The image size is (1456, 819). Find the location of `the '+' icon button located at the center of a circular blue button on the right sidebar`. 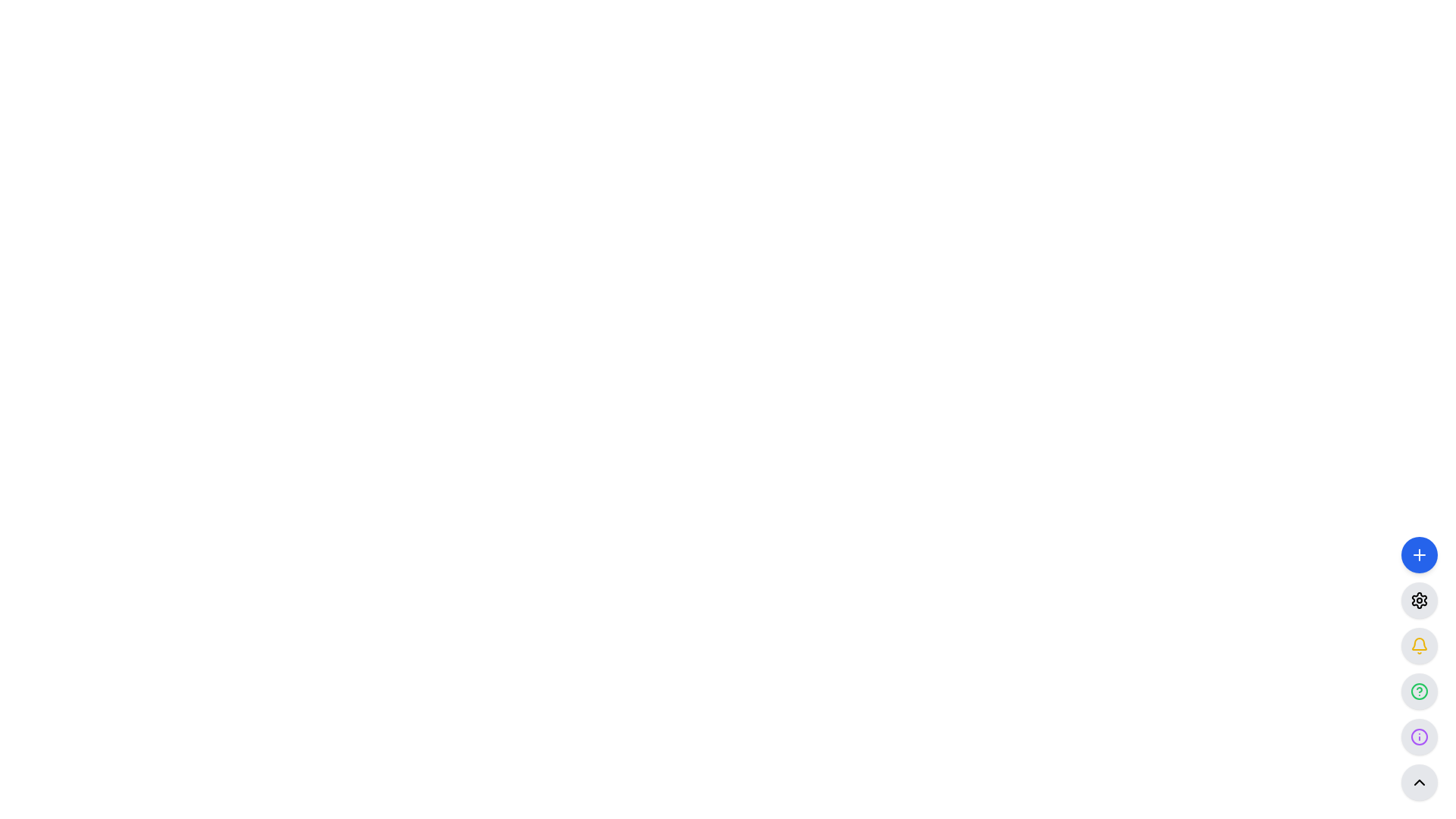

the '+' icon button located at the center of a circular blue button on the right sidebar is located at coordinates (1419, 555).